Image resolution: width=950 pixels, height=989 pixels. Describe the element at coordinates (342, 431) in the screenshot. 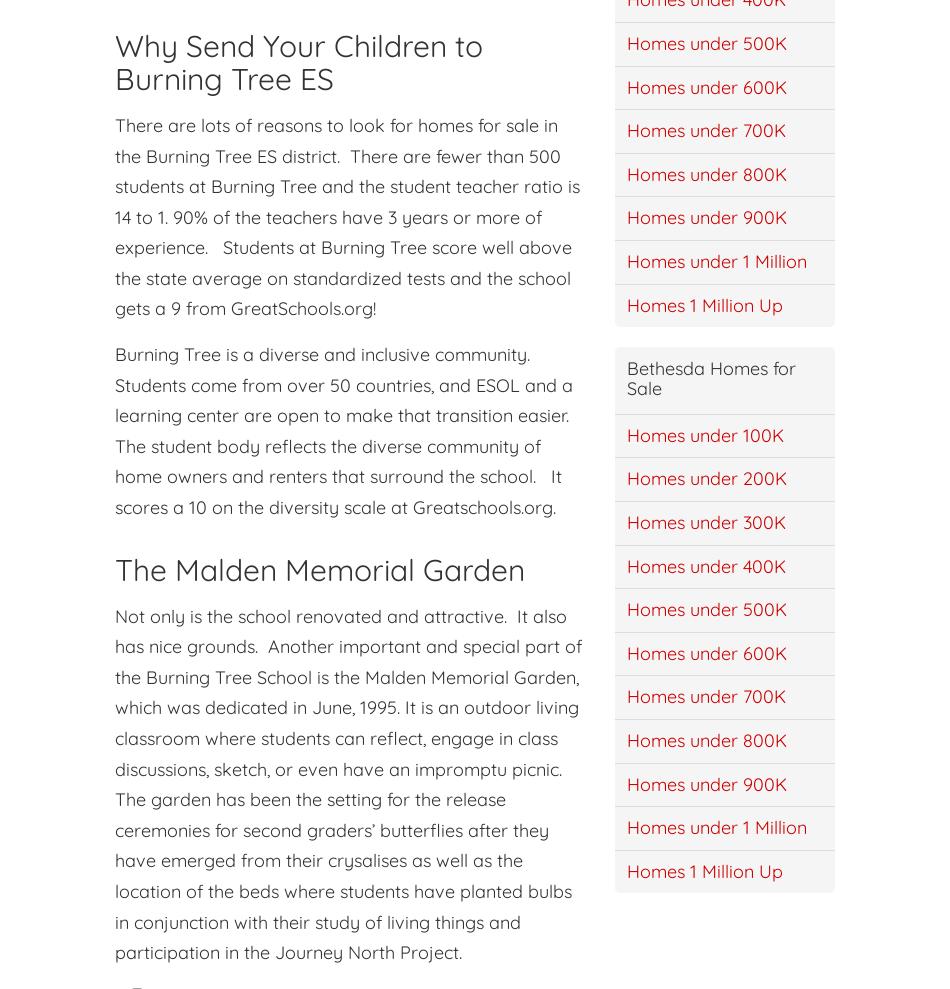

I see `'Burning Tree is a diverse and inclusive community. Students come from over 50 countries, and ESOL and a learning center are open to make that transition easier. The student body reflects the diverse community of home owners and renters that surround the school.   It scores a 10 on the diversity scale at Greatschools.org.'` at that location.